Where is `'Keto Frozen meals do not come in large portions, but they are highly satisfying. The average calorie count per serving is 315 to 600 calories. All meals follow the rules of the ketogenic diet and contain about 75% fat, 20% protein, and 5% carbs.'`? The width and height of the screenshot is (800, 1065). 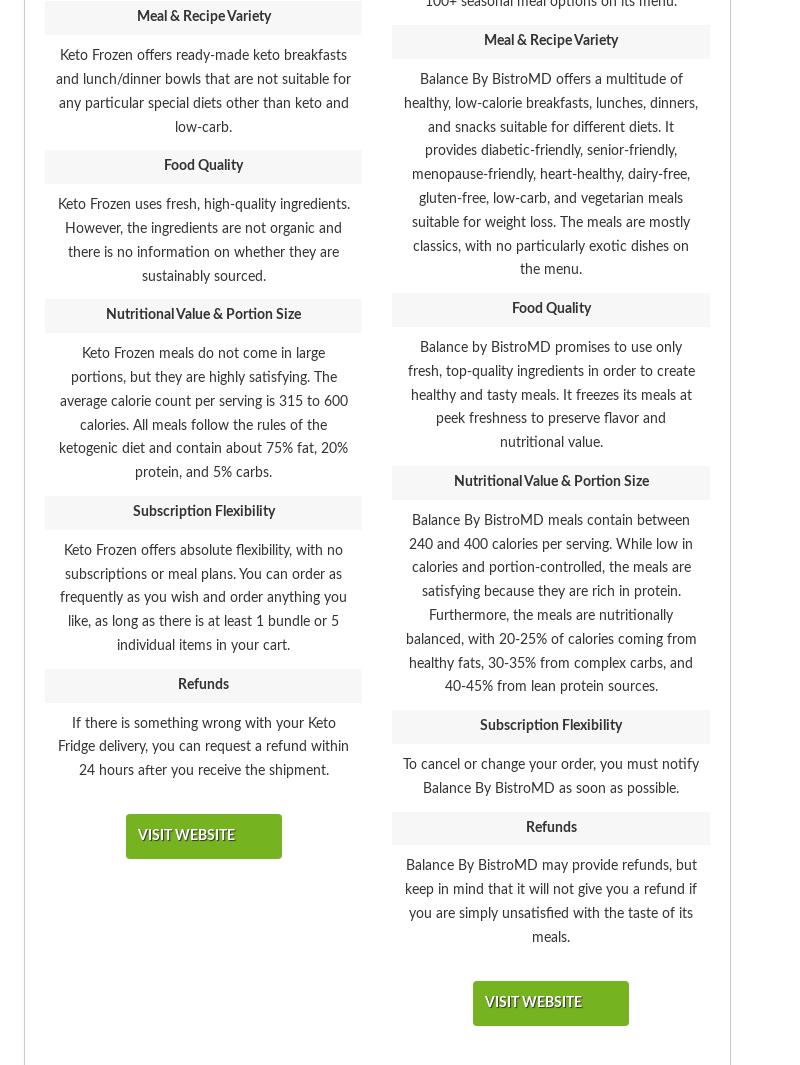 'Keto Frozen meals do not come in large portions, but they are highly satisfying. The average calorie count per serving is 315 to 600 calories. All meals follow the rules of the ketogenic diet and contain about 75% fat, 20% protein, and 5% carbs.' is located at coordinates (203, 412).